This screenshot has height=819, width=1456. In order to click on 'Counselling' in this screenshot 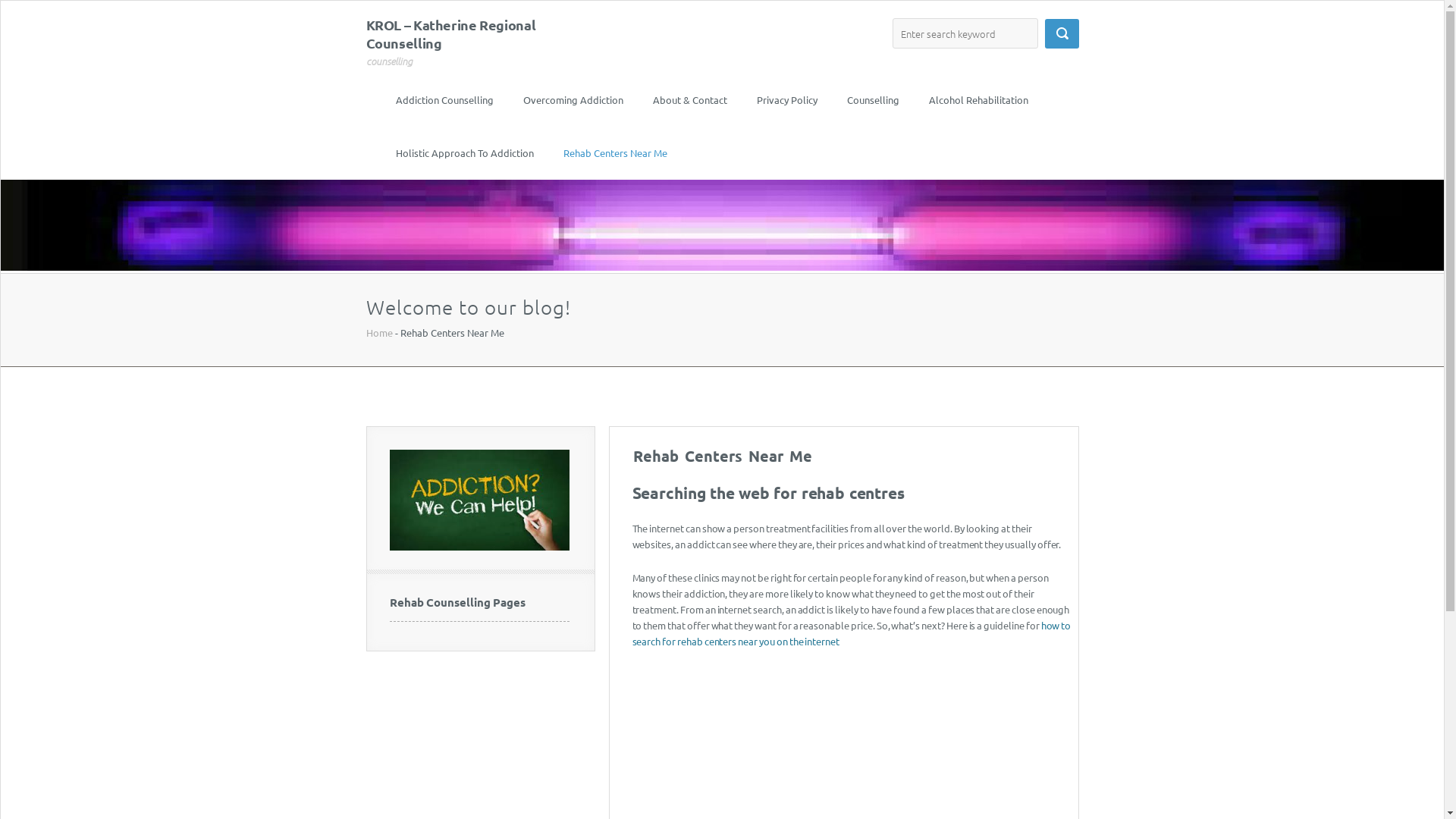, I will do `click(872, 99)`.